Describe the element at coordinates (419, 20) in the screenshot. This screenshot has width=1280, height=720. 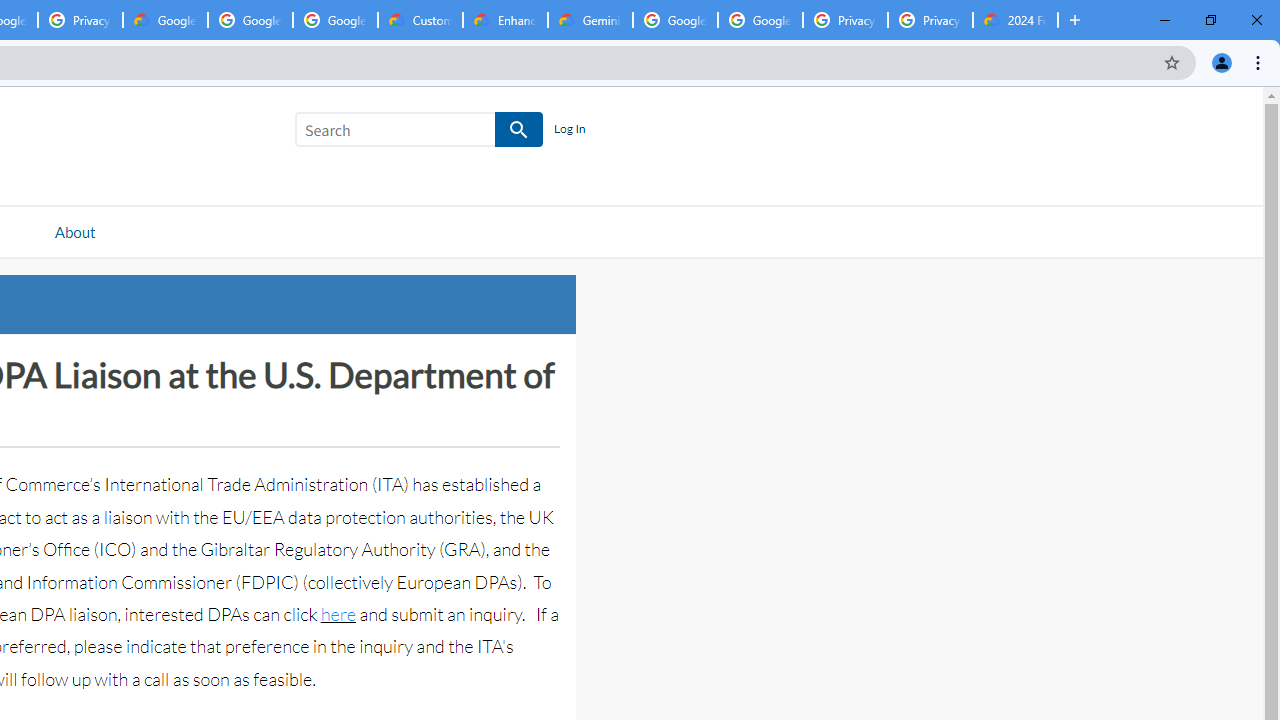
I see `'Customer Care | Google Cloud'` at that location.